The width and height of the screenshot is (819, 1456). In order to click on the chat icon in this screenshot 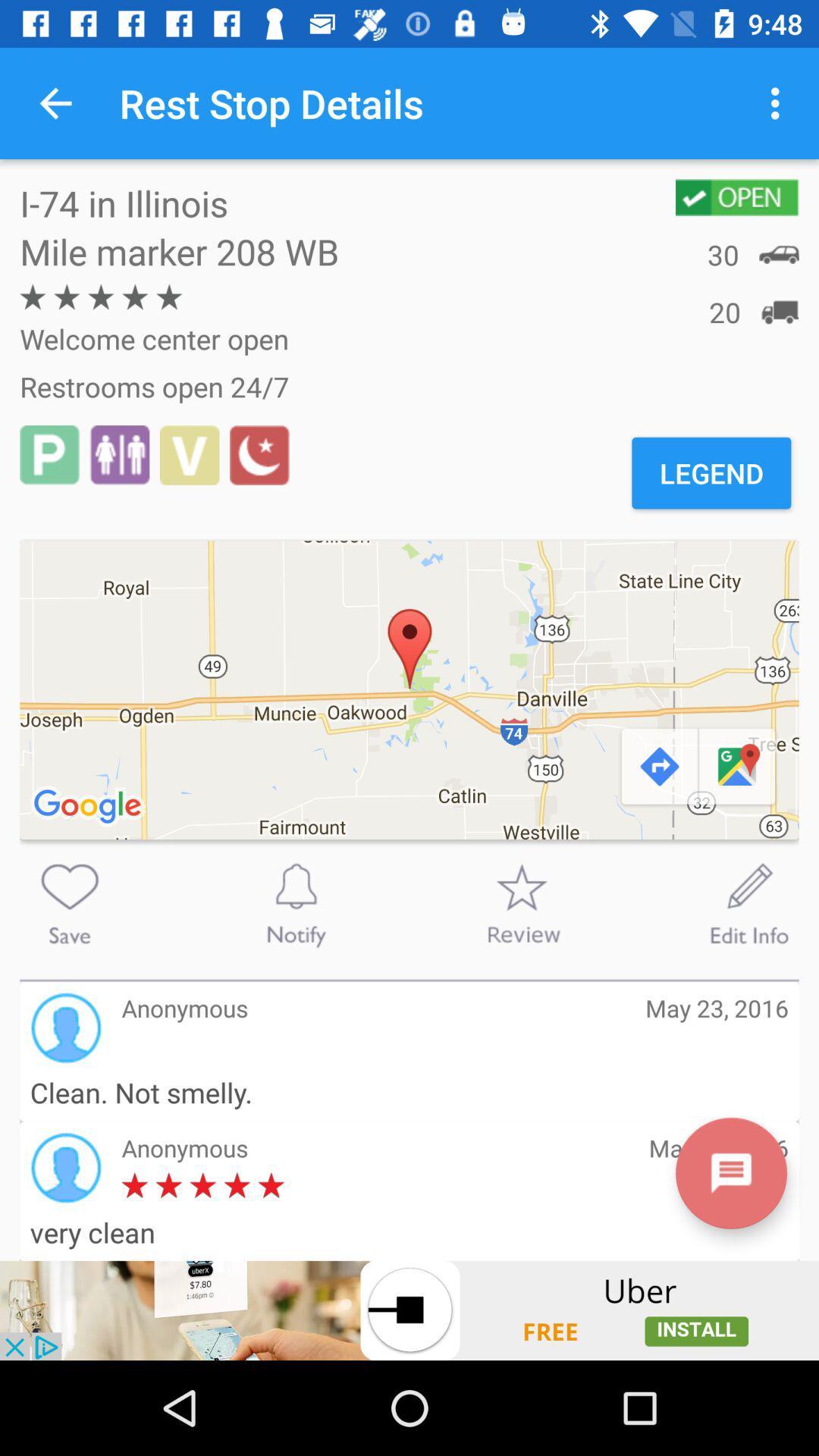, I will do `click(730, 1172)`.